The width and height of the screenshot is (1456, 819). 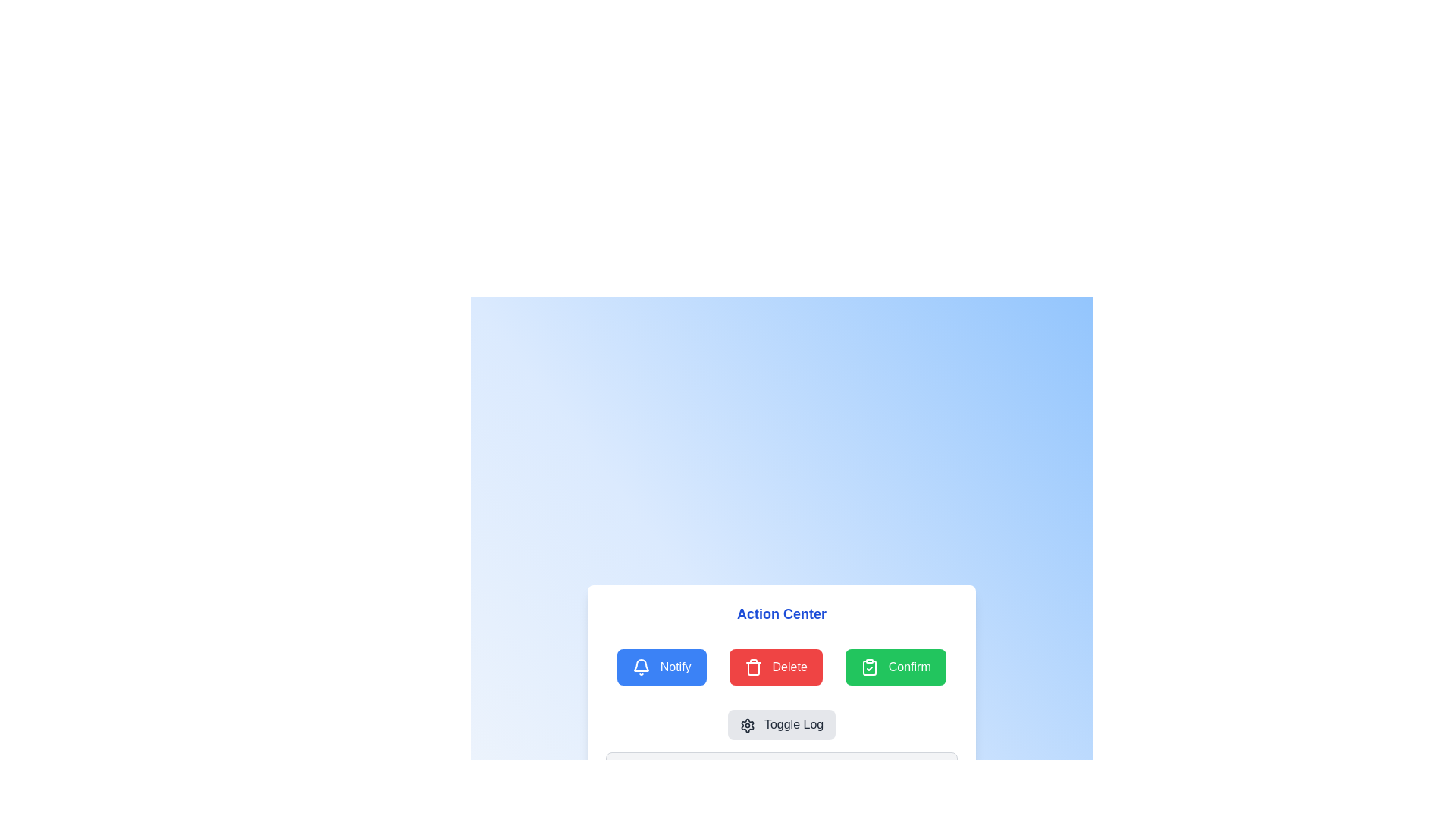 What do you see at coordinates (776, 666) in the screenshot?
I see `the 'Delete' button in the 'Action Center' section` at bounding box center [776, 666].